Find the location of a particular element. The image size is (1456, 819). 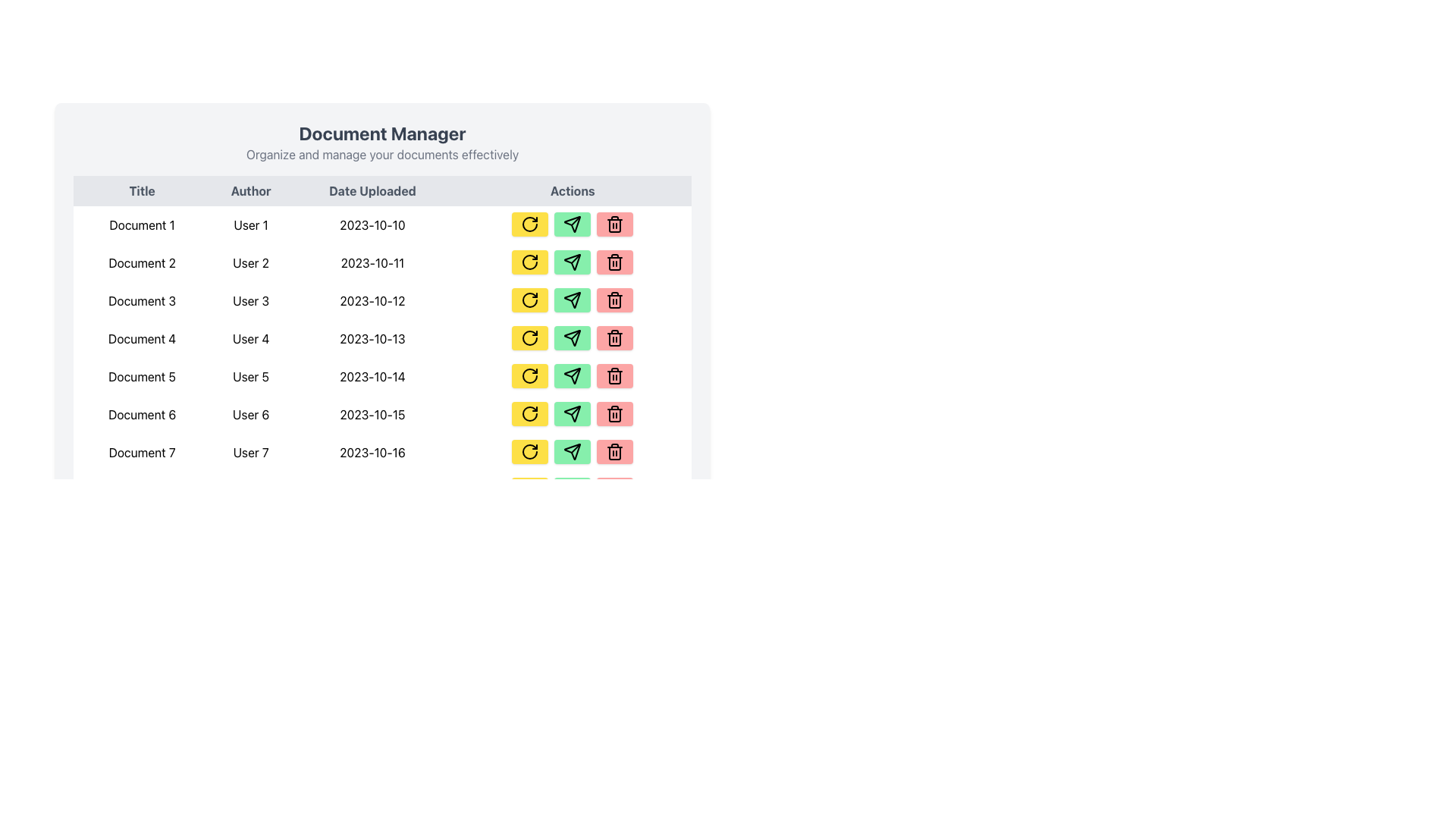

the refresh icon located in the 'Actions' column of the table interface in the sixth row for 'Document 6' is located at coordinates (530, 414).